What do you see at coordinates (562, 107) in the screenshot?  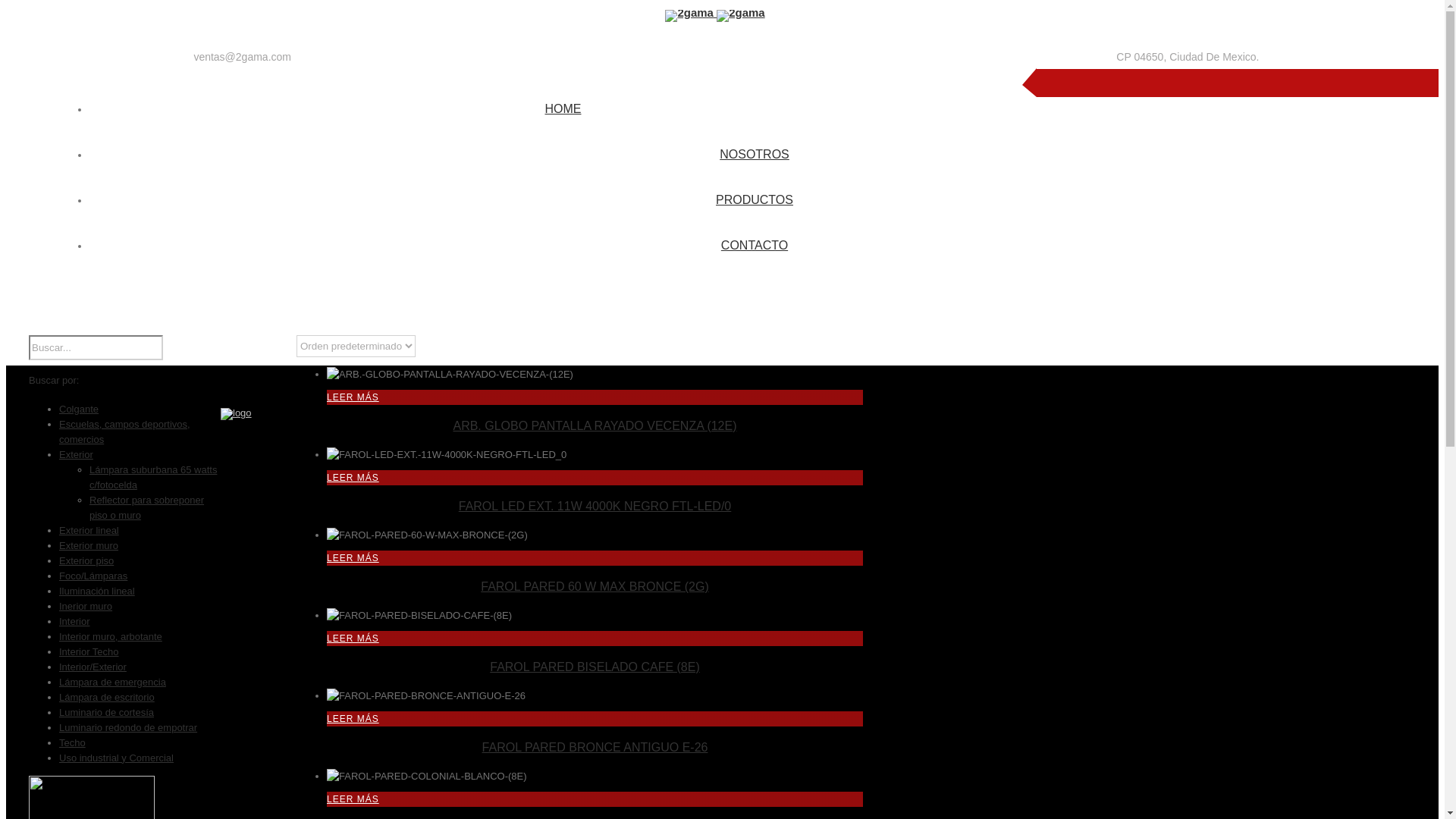 I see `'HOME'` at bounding box center [562, 107].